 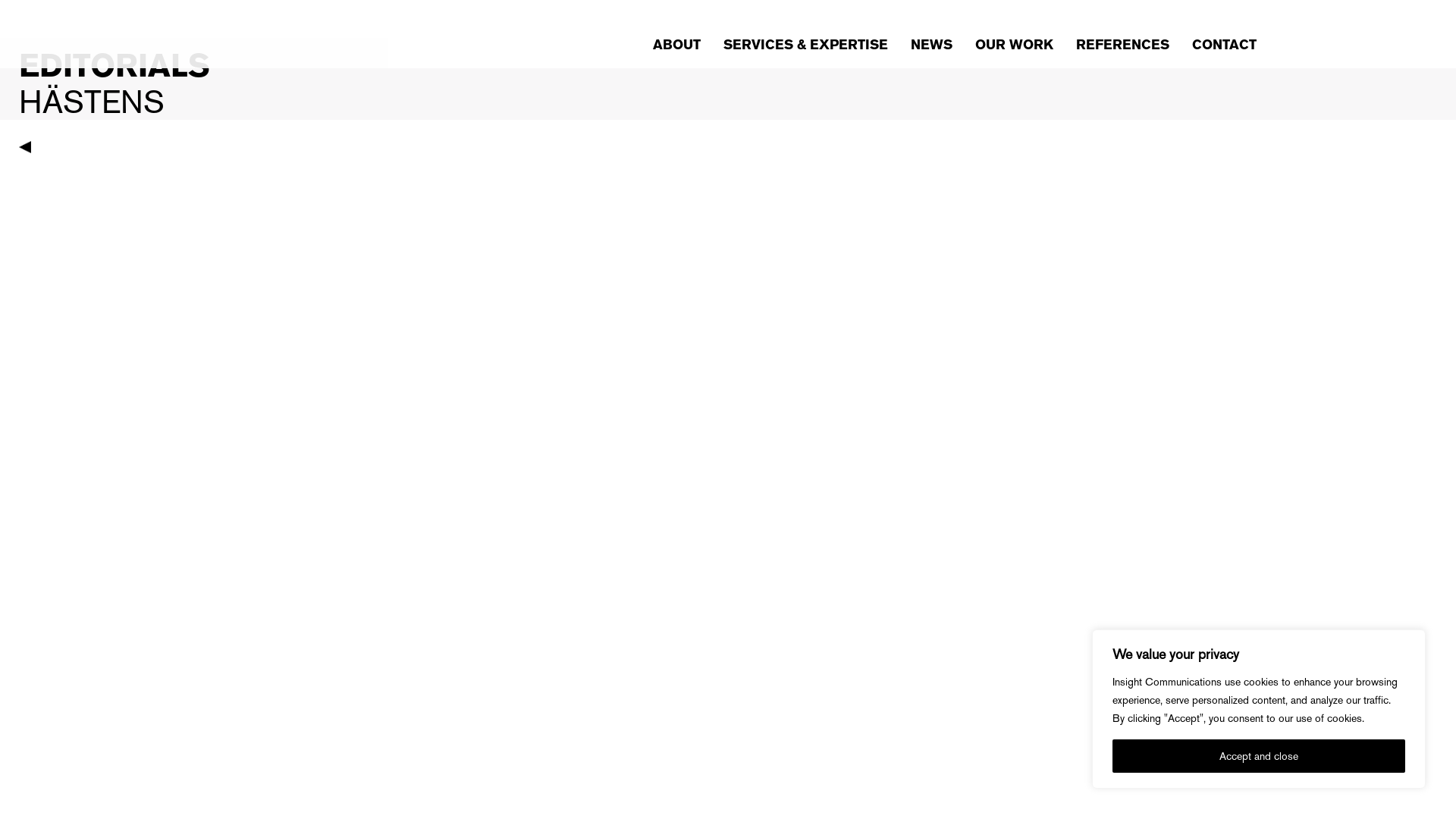 What do you see at coordinates (975, 47) in the screenshot?
I see `'OUR WORK'` at bounding box center [975, 47].